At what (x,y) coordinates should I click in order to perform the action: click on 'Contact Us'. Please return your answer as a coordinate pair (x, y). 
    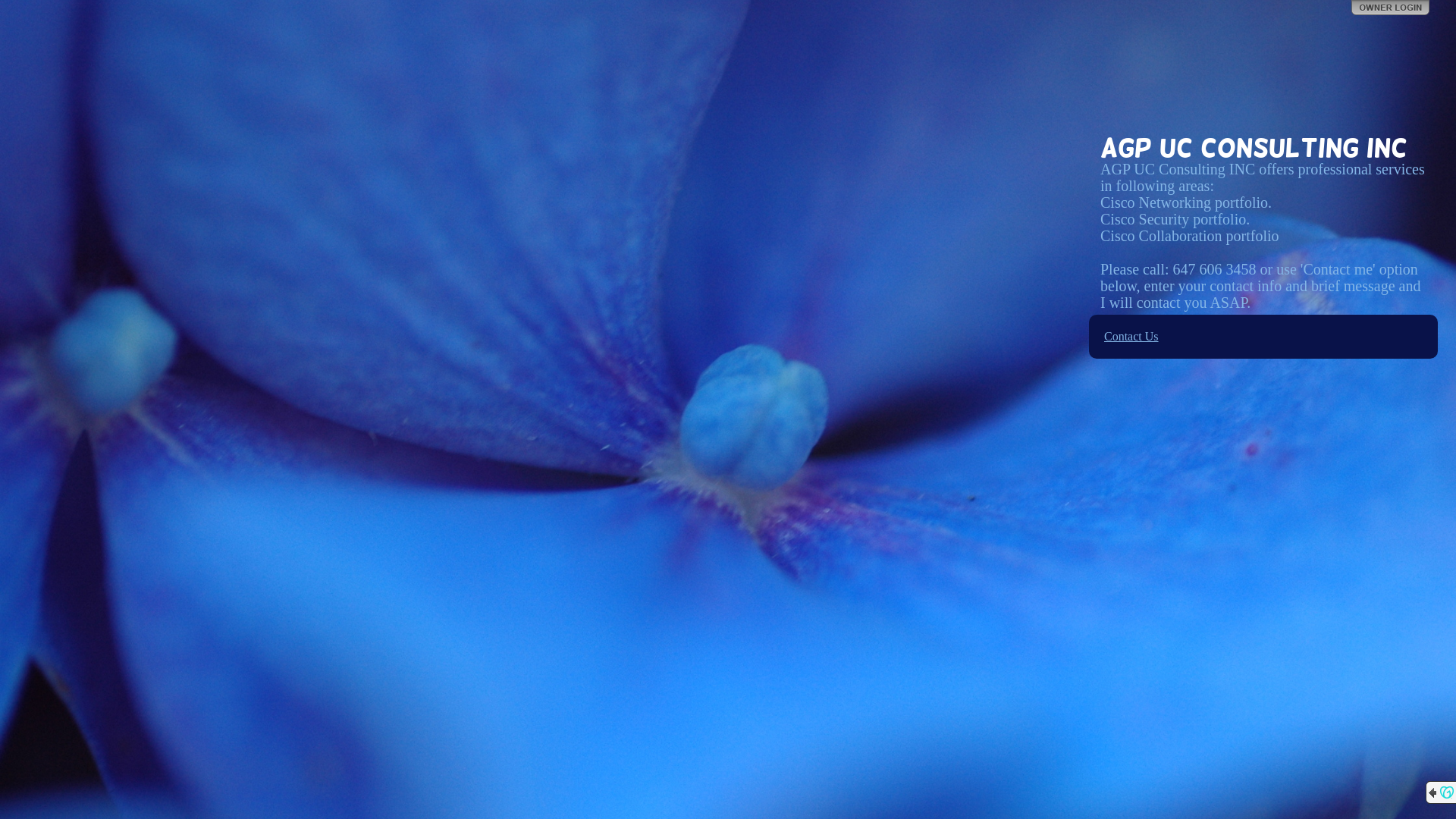
    Looking at the image, I should click on (1131, 335).